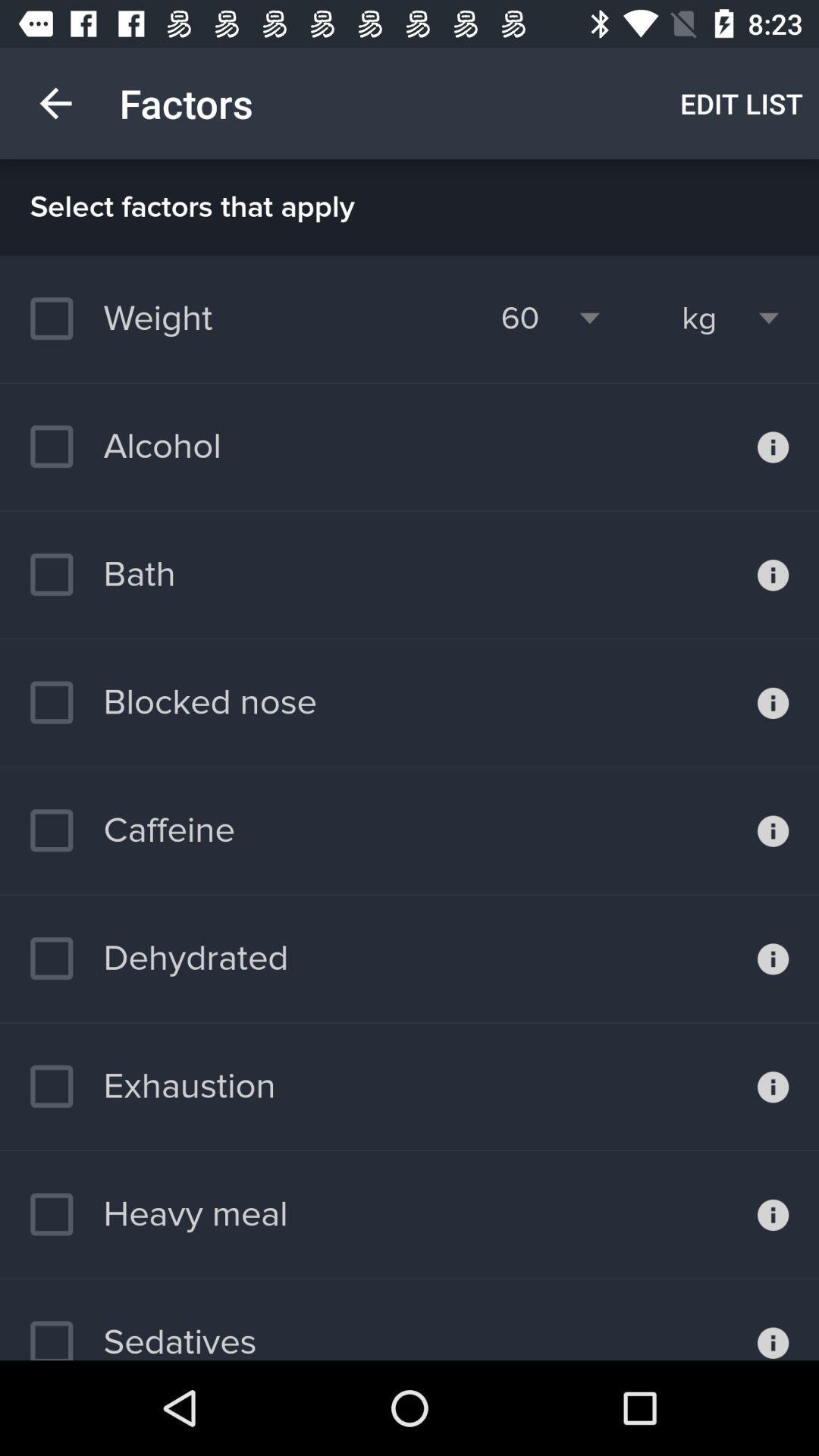 The height and width of the screenshot is (1456, 819). I want to click on information, so click(773, 1319).